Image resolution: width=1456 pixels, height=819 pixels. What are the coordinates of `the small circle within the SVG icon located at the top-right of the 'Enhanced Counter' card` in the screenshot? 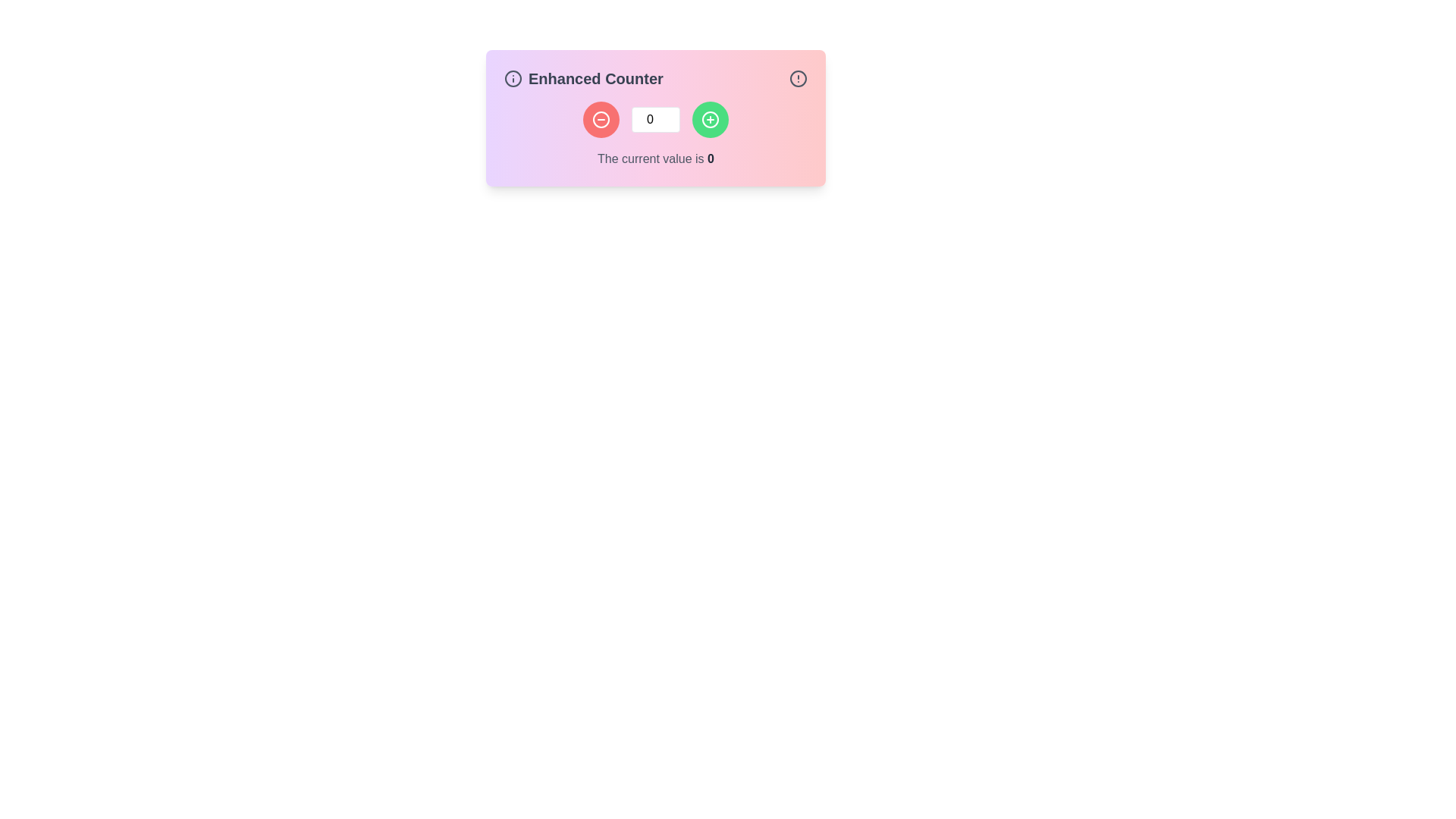 It's located at (513, 79).